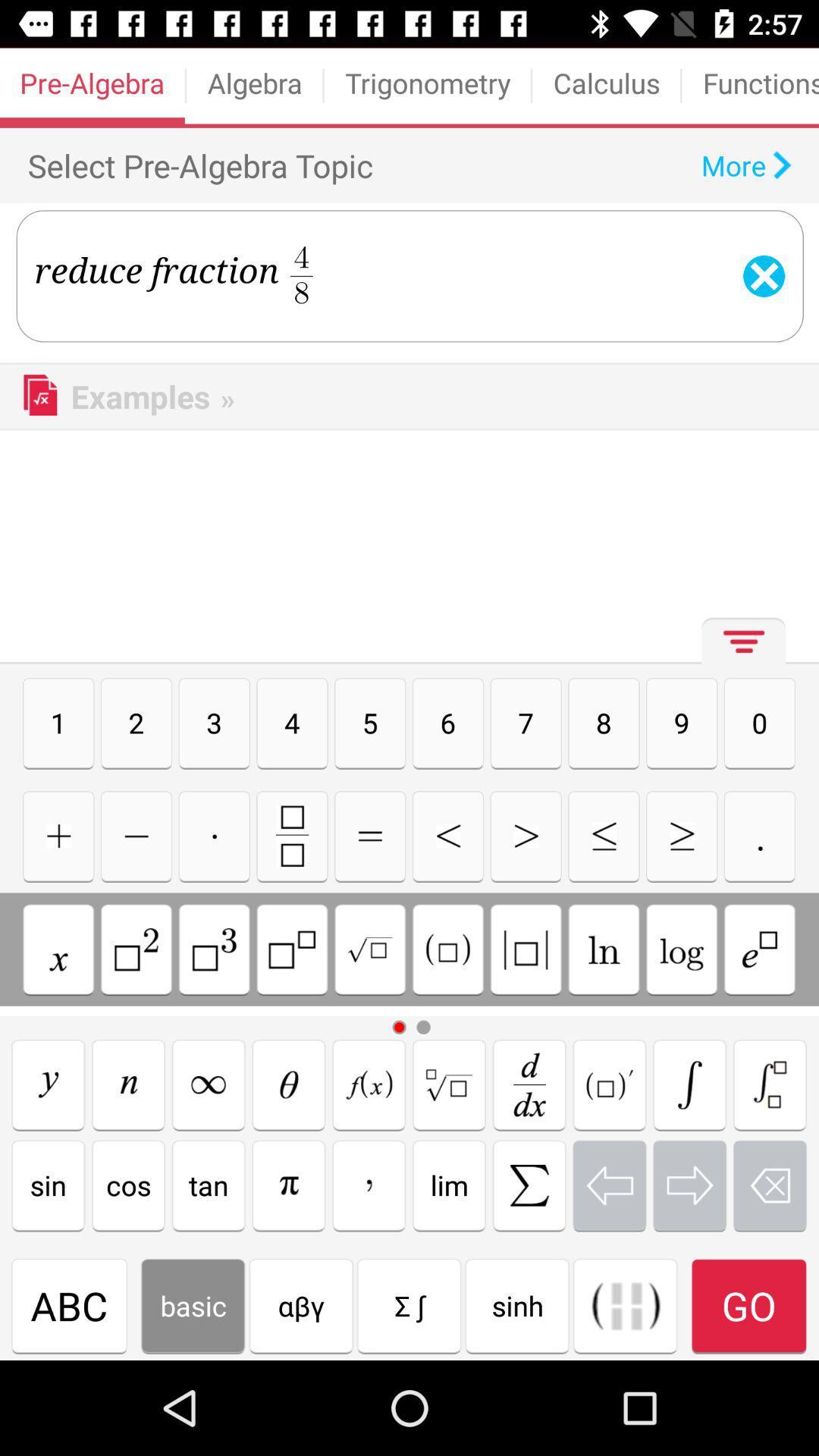  What do you see at coordinates (760, 835) in the screenshot?
I see `period` at bounding box center [760, 835].